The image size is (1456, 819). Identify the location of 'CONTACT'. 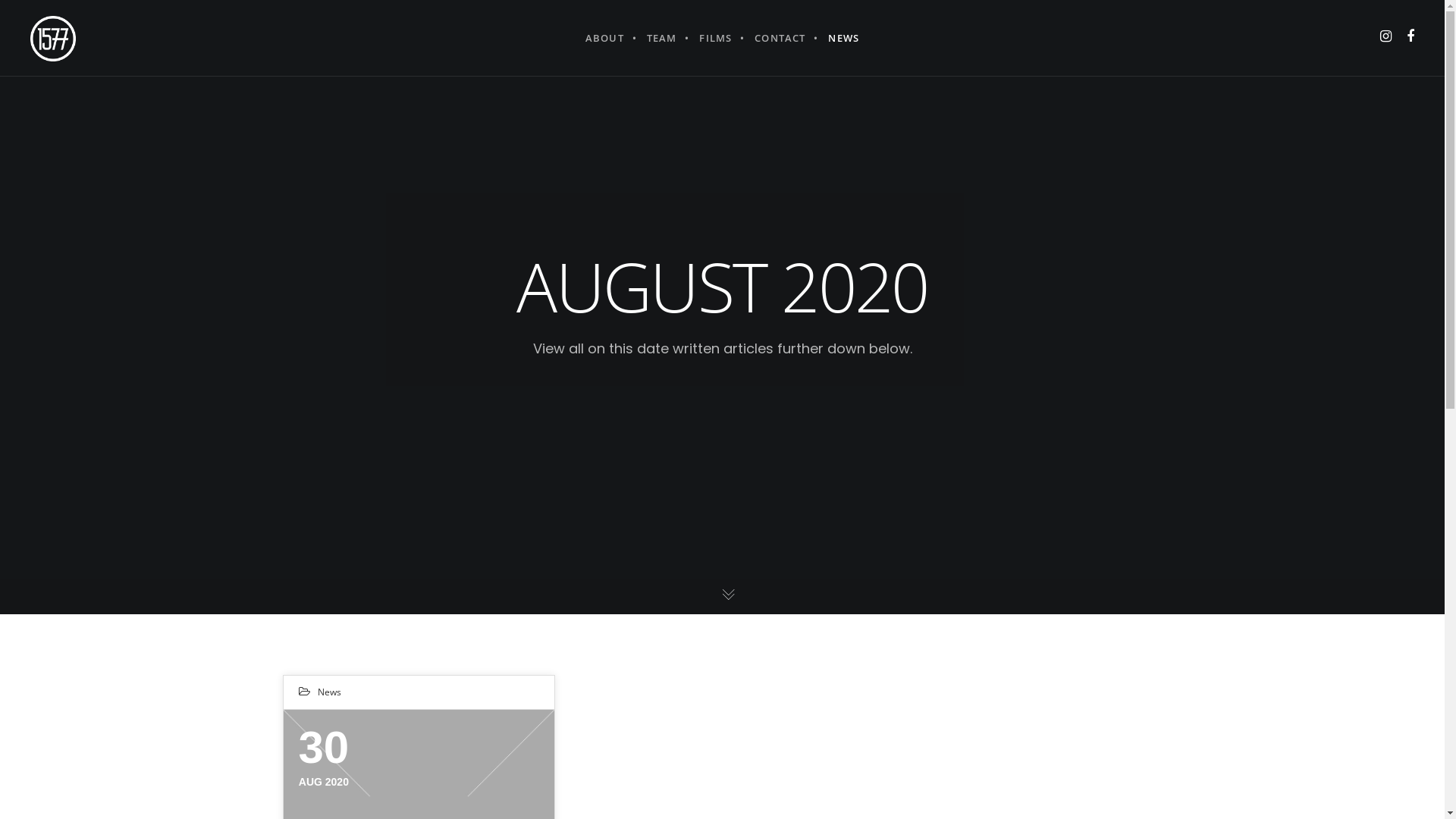
(780, 37).